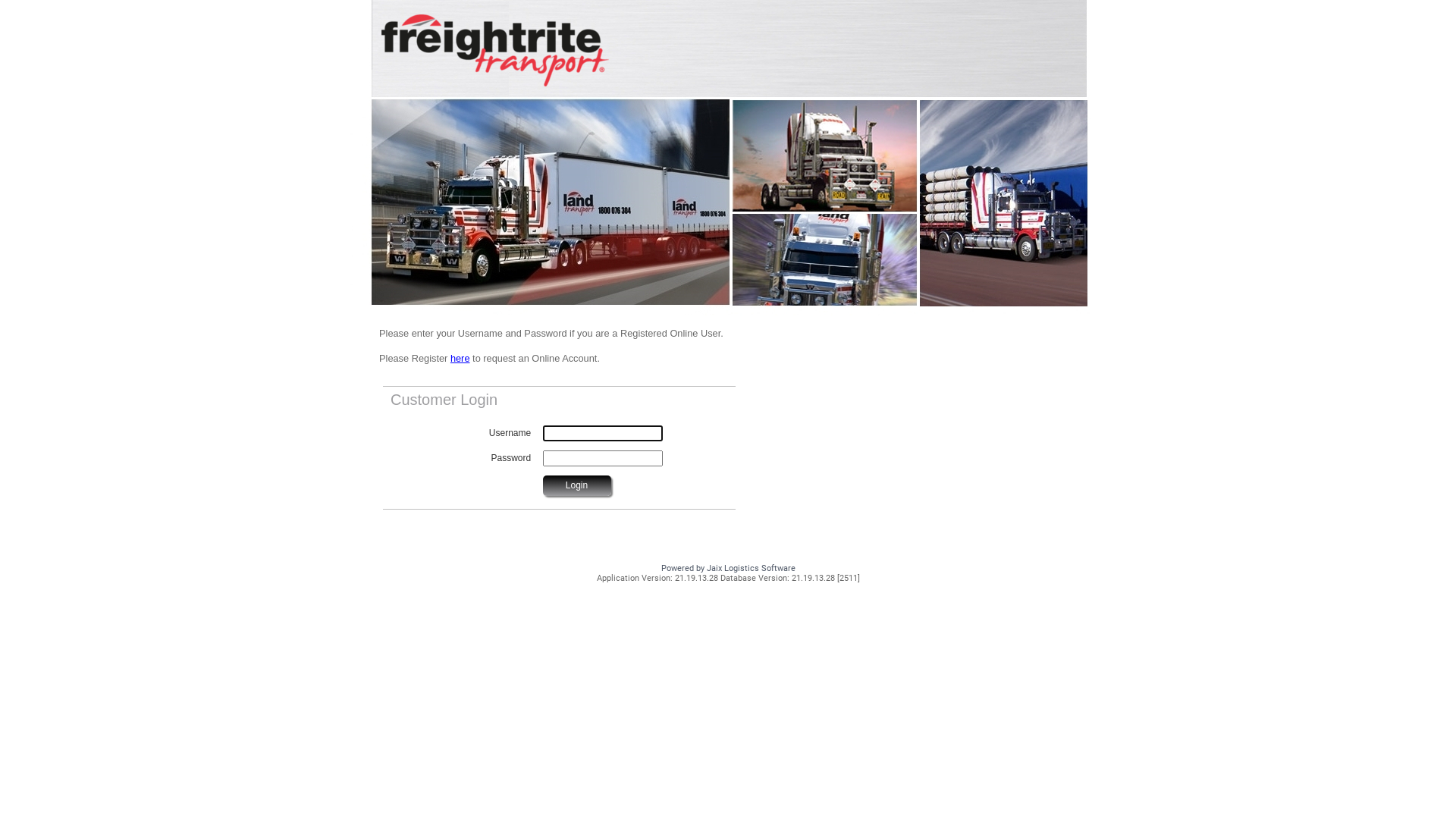 The width and height of the screenshot is (1456, 819). What do you see at coordinates (450, 358) in the screenshot?
I see `'here'` at bounding box center [450, 358].